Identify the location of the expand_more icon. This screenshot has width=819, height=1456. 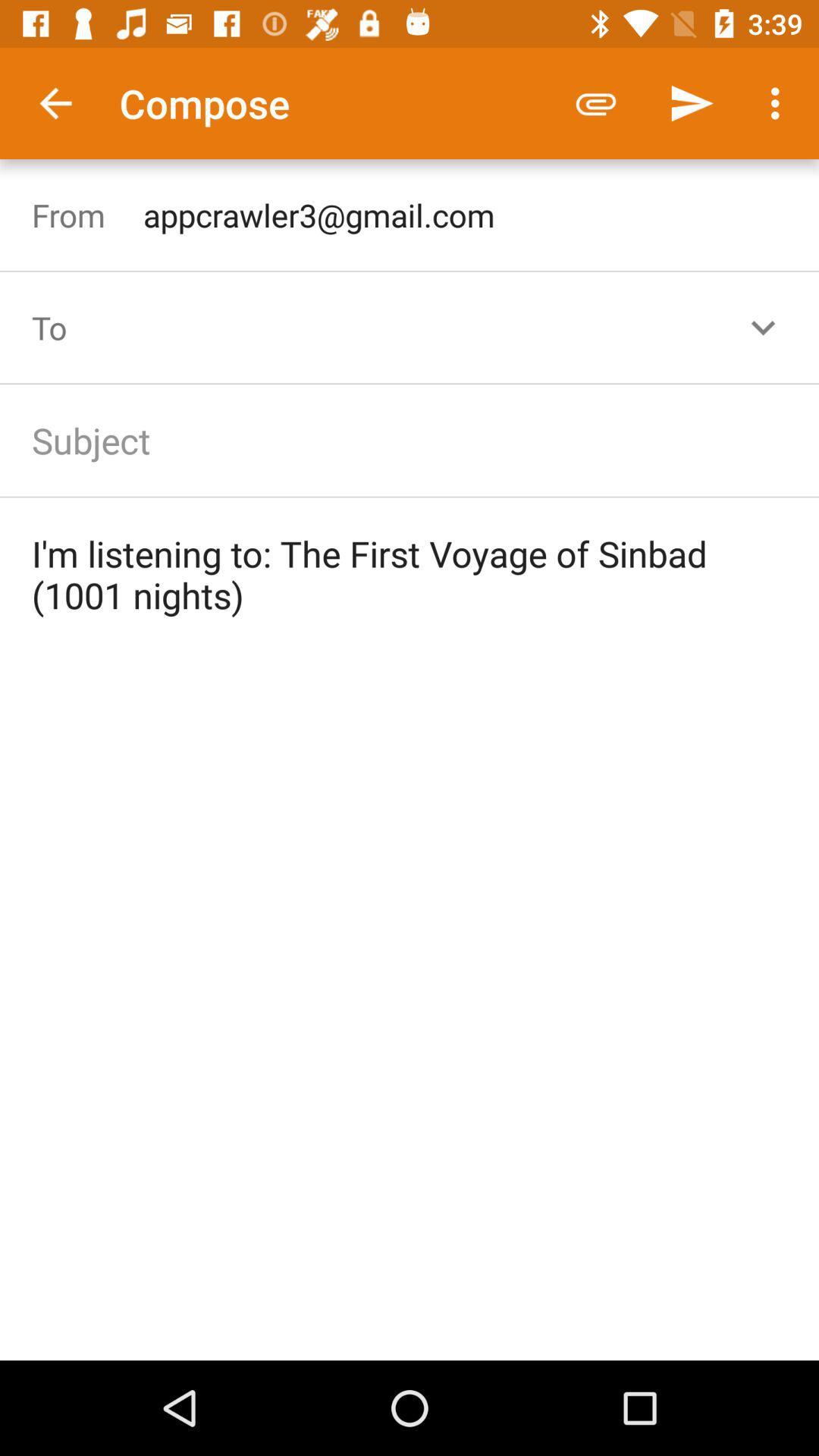
(763, 327).